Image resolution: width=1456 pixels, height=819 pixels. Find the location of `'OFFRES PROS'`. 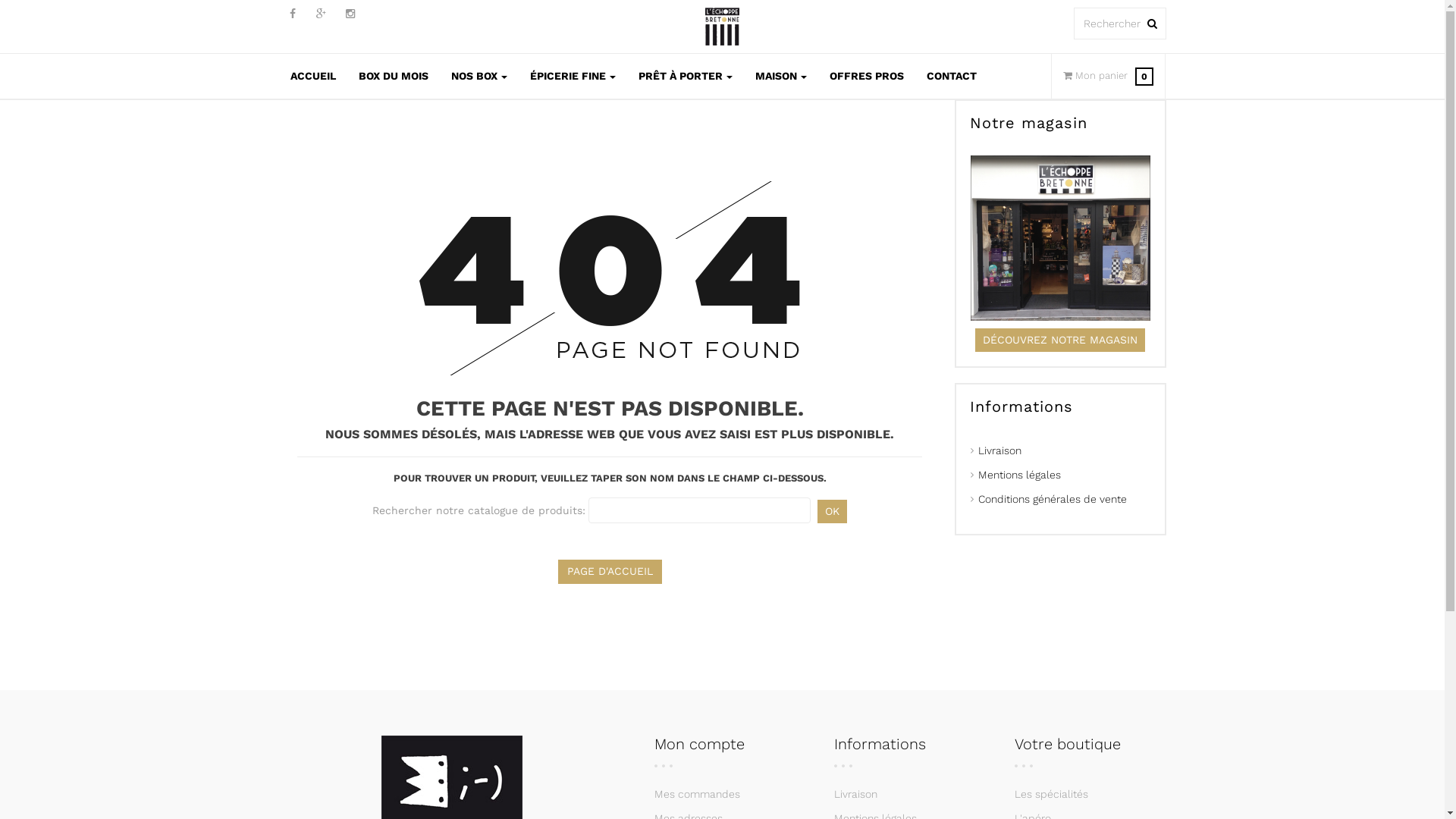

'OFFRES PROS' is located at coordinates (866, 76).